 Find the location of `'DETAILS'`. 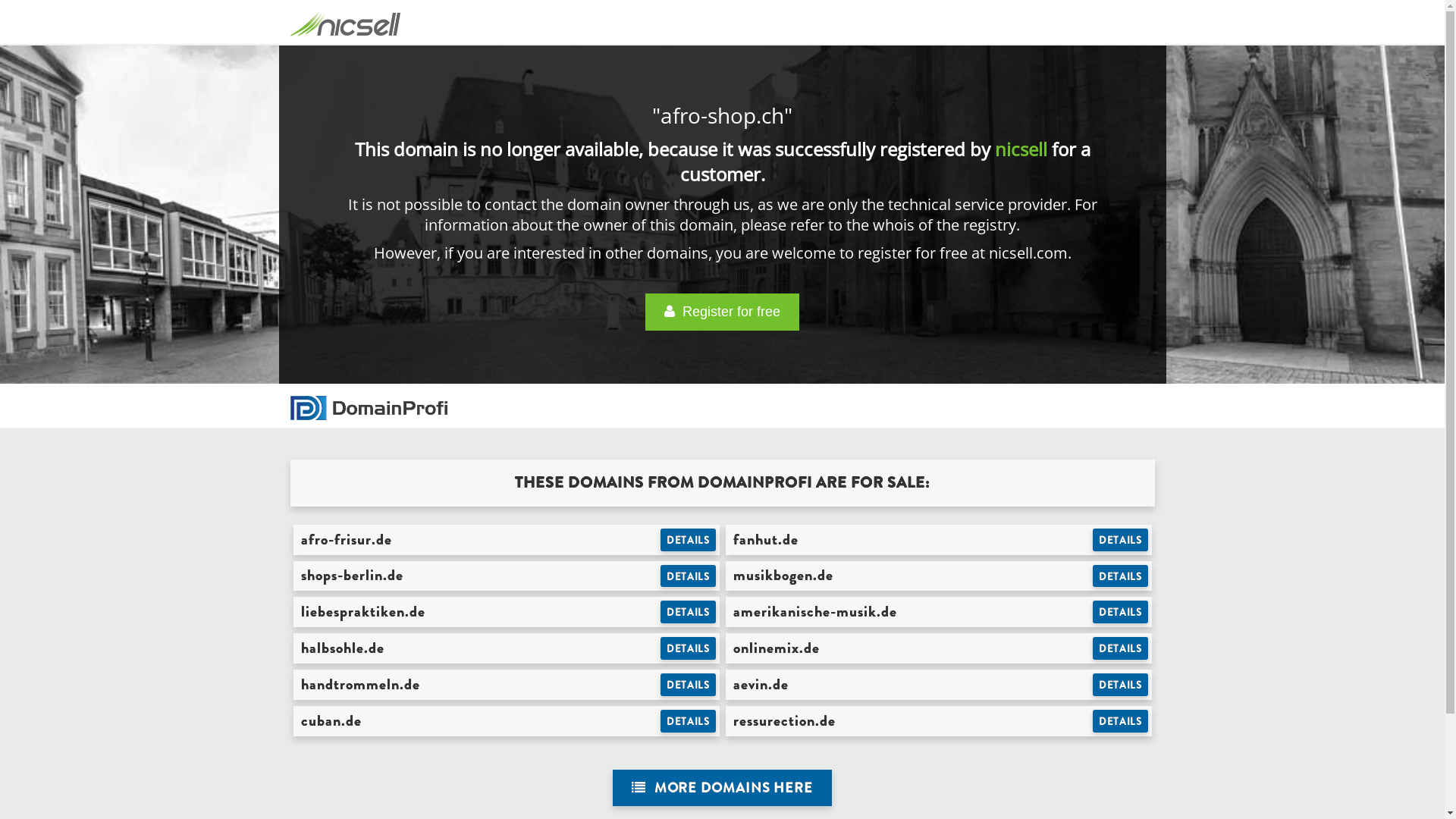

'DETAILS' is located at coordinates (660, 610).